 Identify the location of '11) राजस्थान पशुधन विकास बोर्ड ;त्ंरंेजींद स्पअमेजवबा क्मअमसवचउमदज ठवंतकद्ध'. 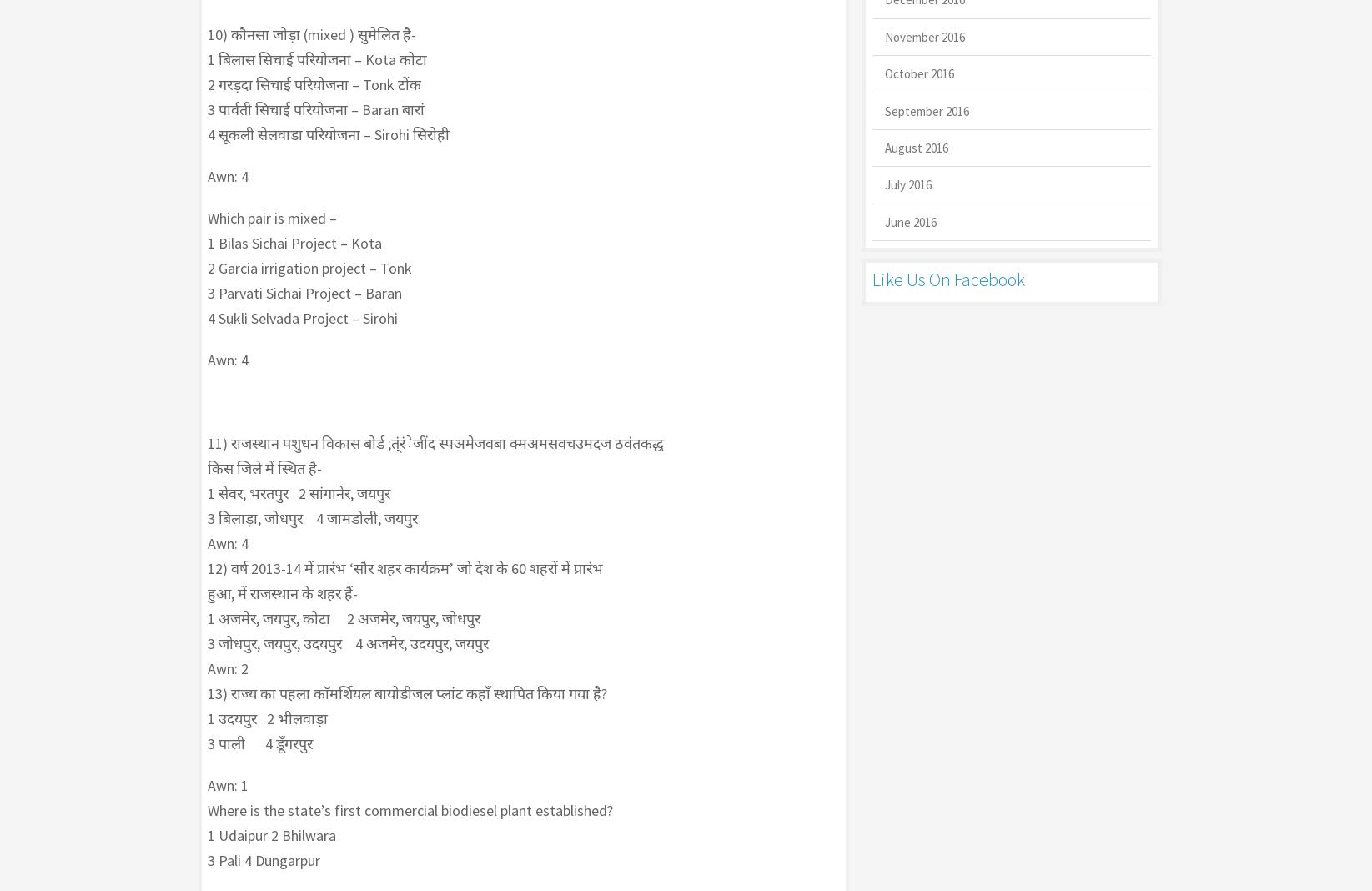
(435, 443).